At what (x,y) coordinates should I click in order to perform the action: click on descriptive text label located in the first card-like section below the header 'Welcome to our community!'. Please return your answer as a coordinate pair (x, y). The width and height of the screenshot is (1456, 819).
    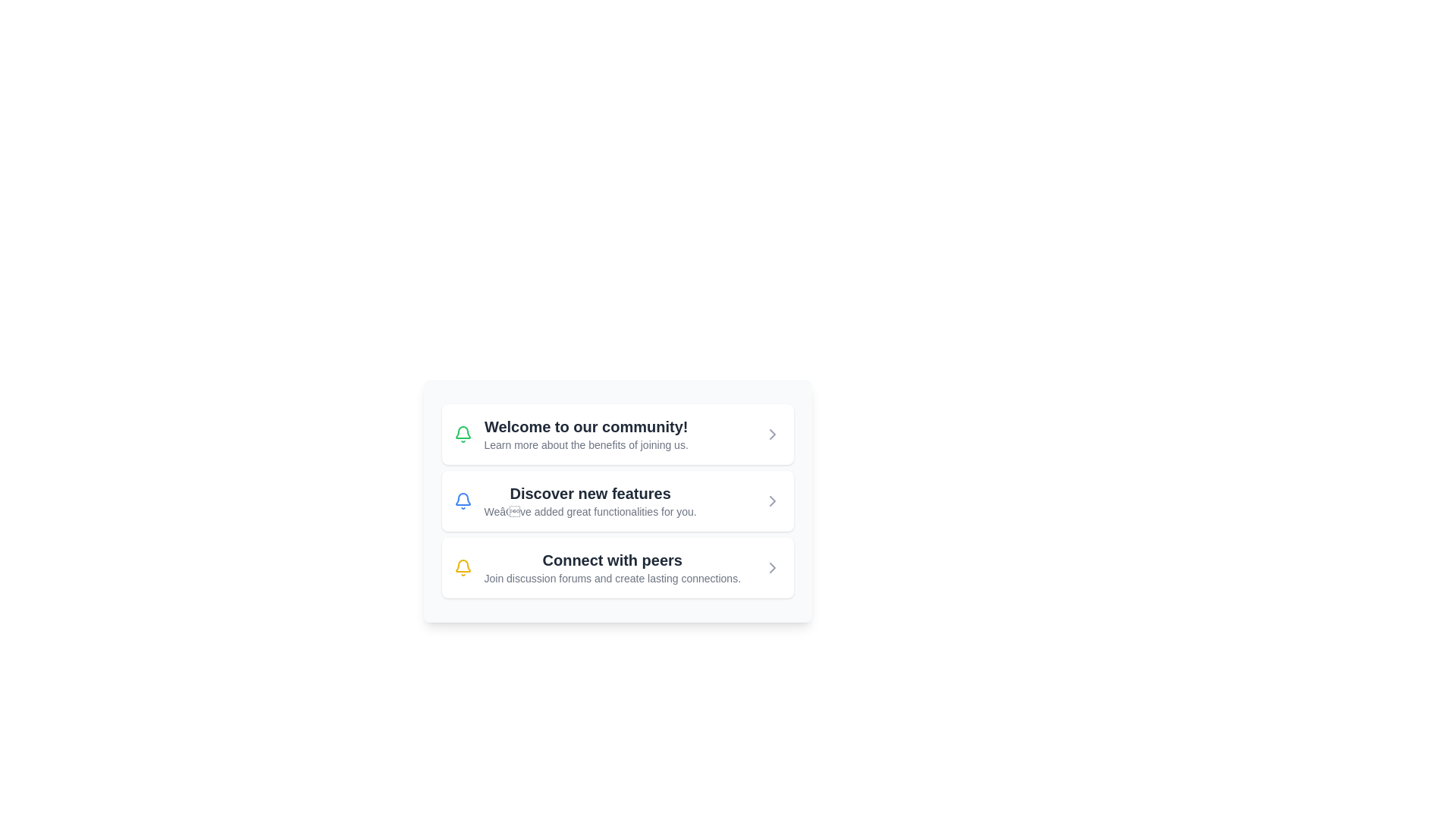
    Looking at the image, I should click on (585, 444).